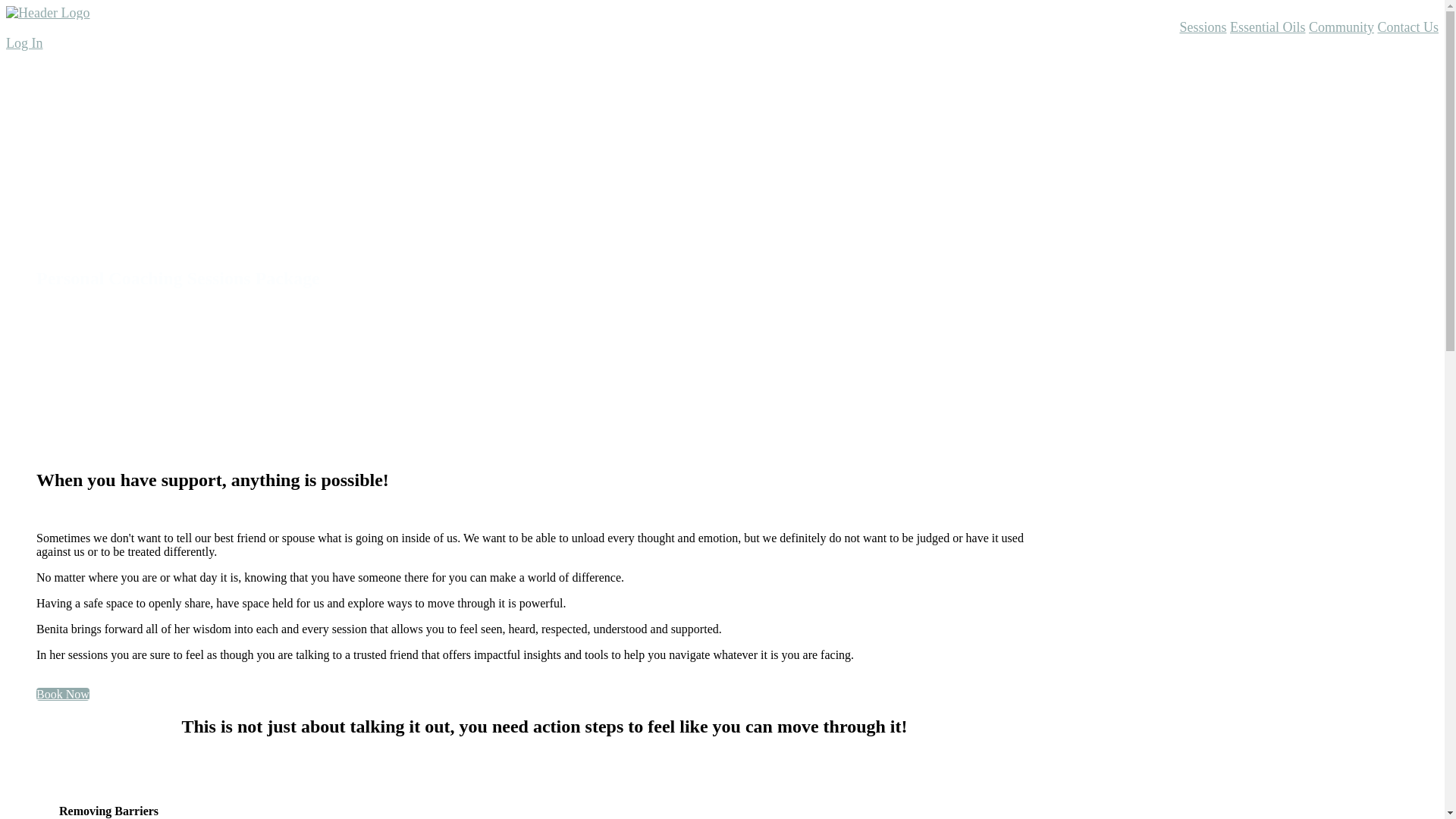 This screenshot has width=1456, height=819. What do you see at coordinates (24, 42) in the screenshot?
I see `'Log In'` at bounding box center [24, 42].